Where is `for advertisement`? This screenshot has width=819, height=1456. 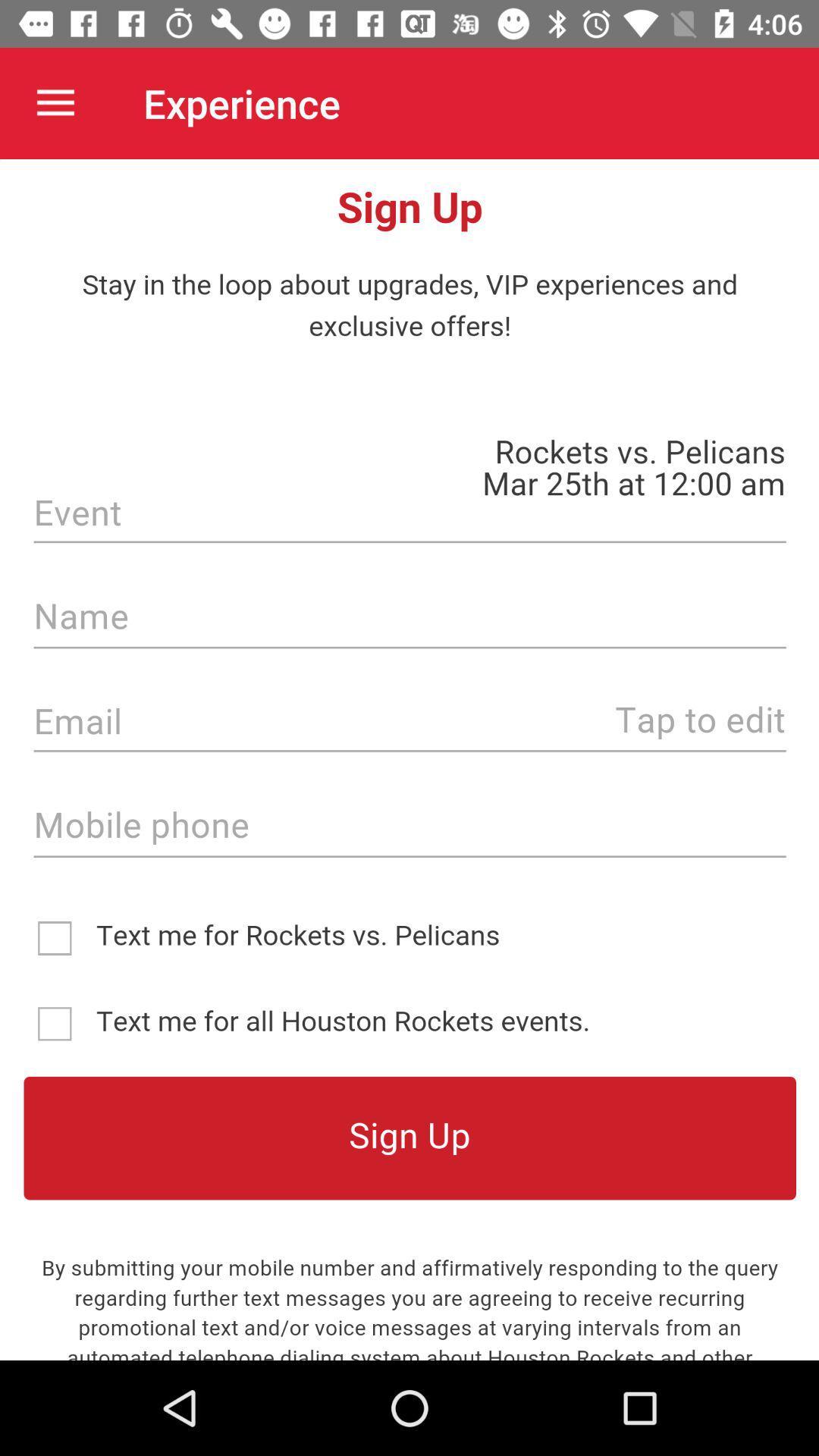
for advertisement is located at coordinates (409, 760).